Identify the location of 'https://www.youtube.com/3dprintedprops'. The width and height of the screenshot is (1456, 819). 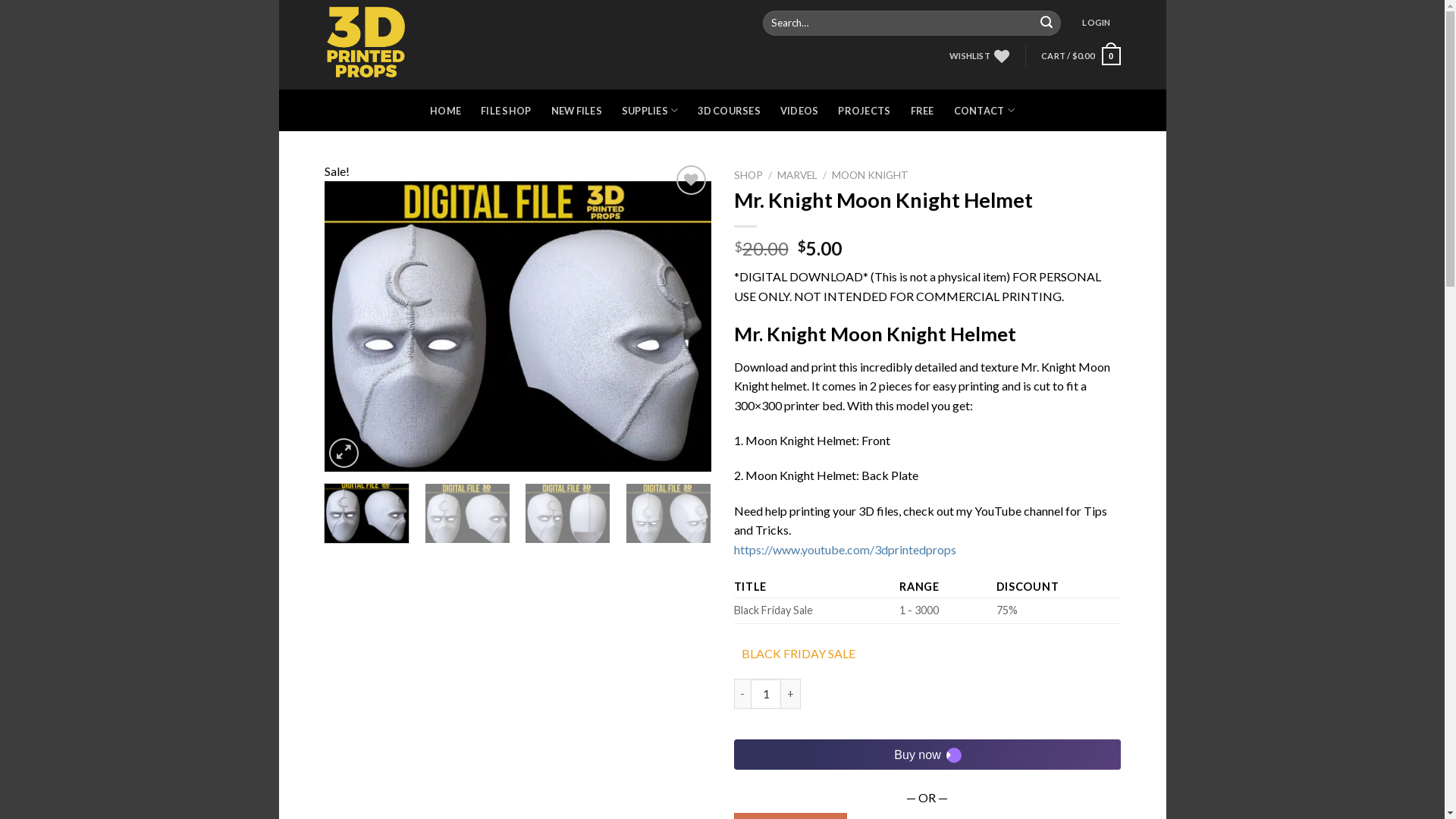
(844, 549).